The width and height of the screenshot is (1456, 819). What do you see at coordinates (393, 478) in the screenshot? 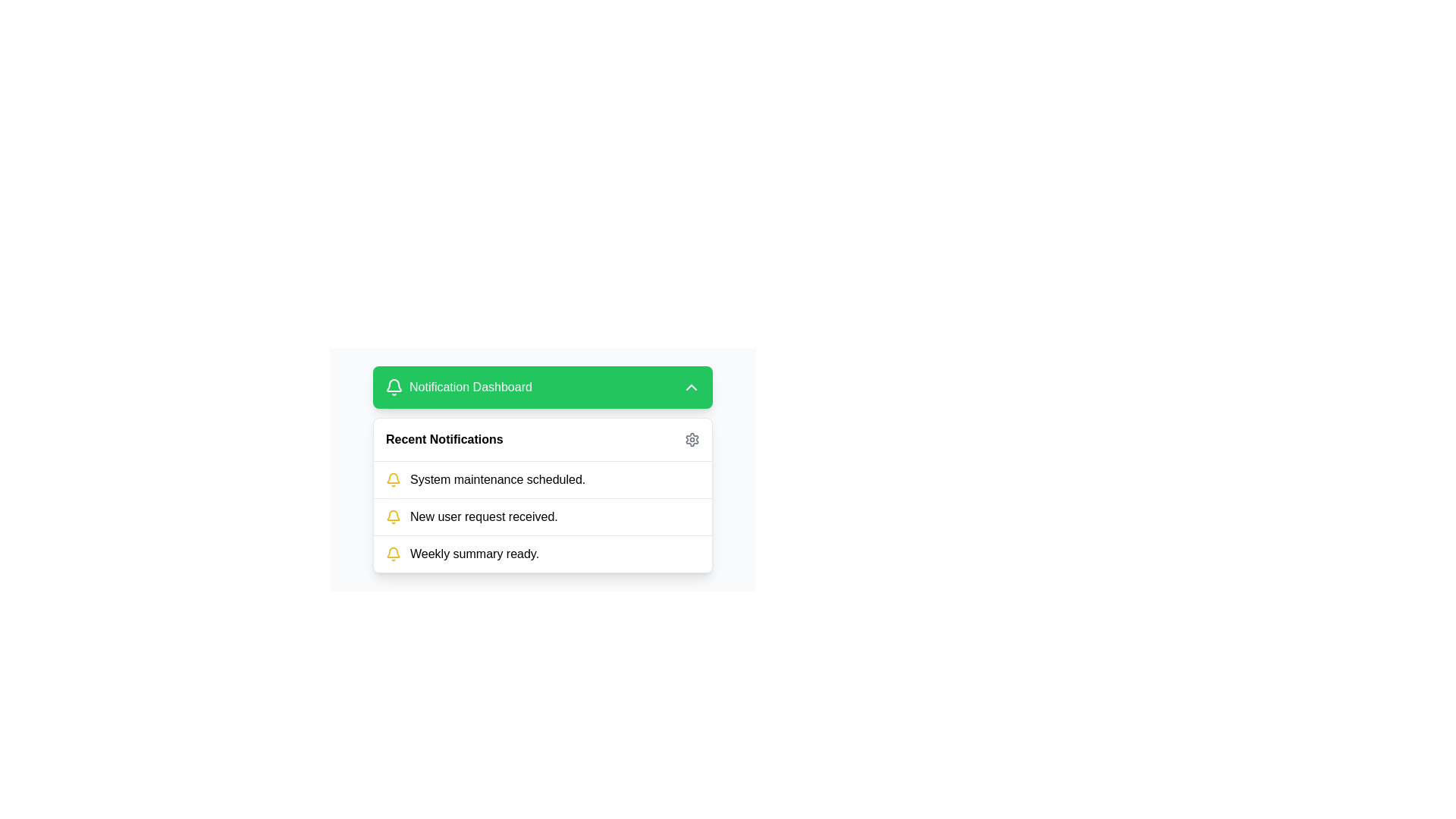
I see `the notification bell graphic in the green header bar labeled 'Notification Dashboard'` at bounding box center [393, 478].